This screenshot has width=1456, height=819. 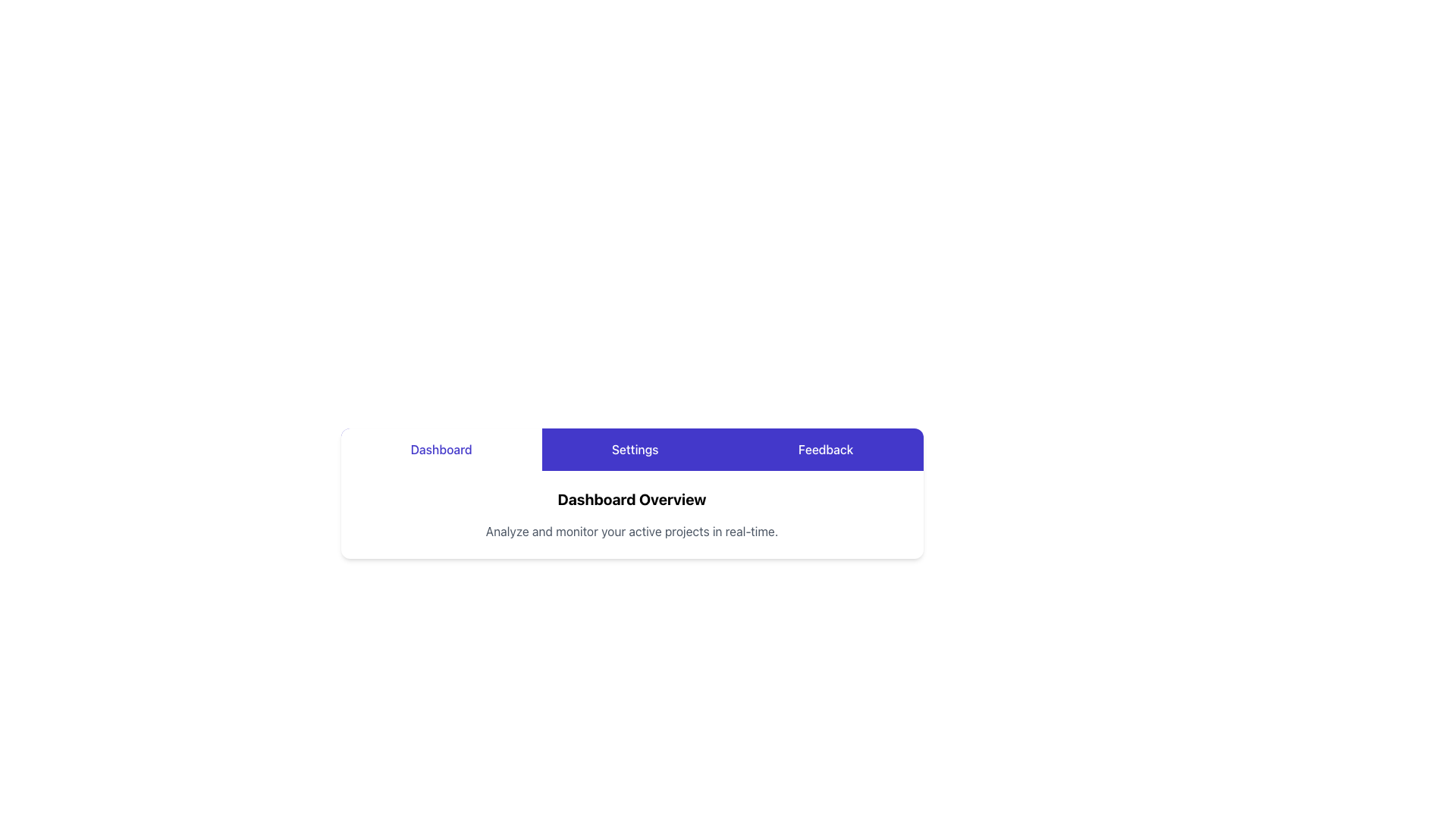 I want to click on the feedback button located at the rightmost part of the blue header section, so click(x=825, y=449).